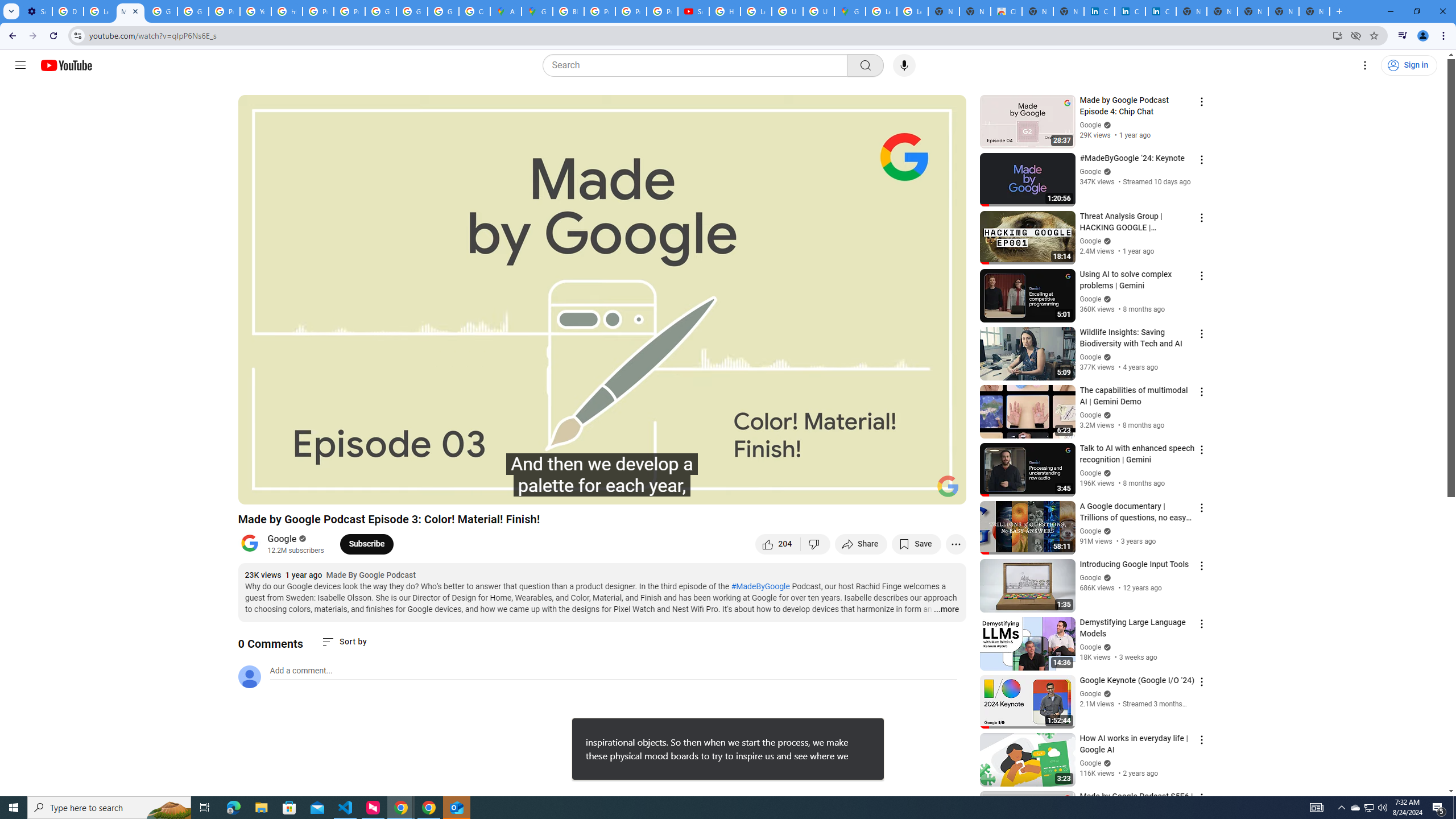 This screenshot has width=1456, height=819. I want to click on 'Sort comments', so click(344, 641).